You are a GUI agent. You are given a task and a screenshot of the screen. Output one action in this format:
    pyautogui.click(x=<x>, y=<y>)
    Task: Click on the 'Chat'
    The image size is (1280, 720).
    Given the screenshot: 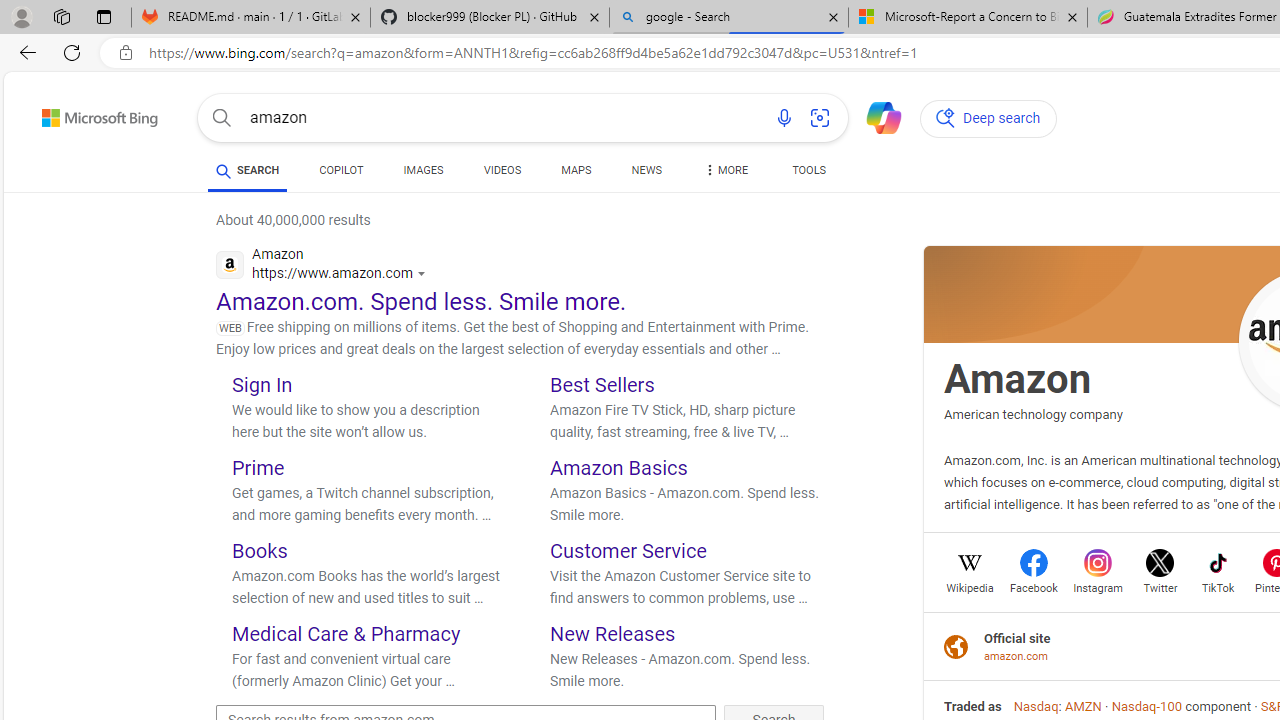 What is the action you would take?
    pyautogui.click(x=875, y=116)
    